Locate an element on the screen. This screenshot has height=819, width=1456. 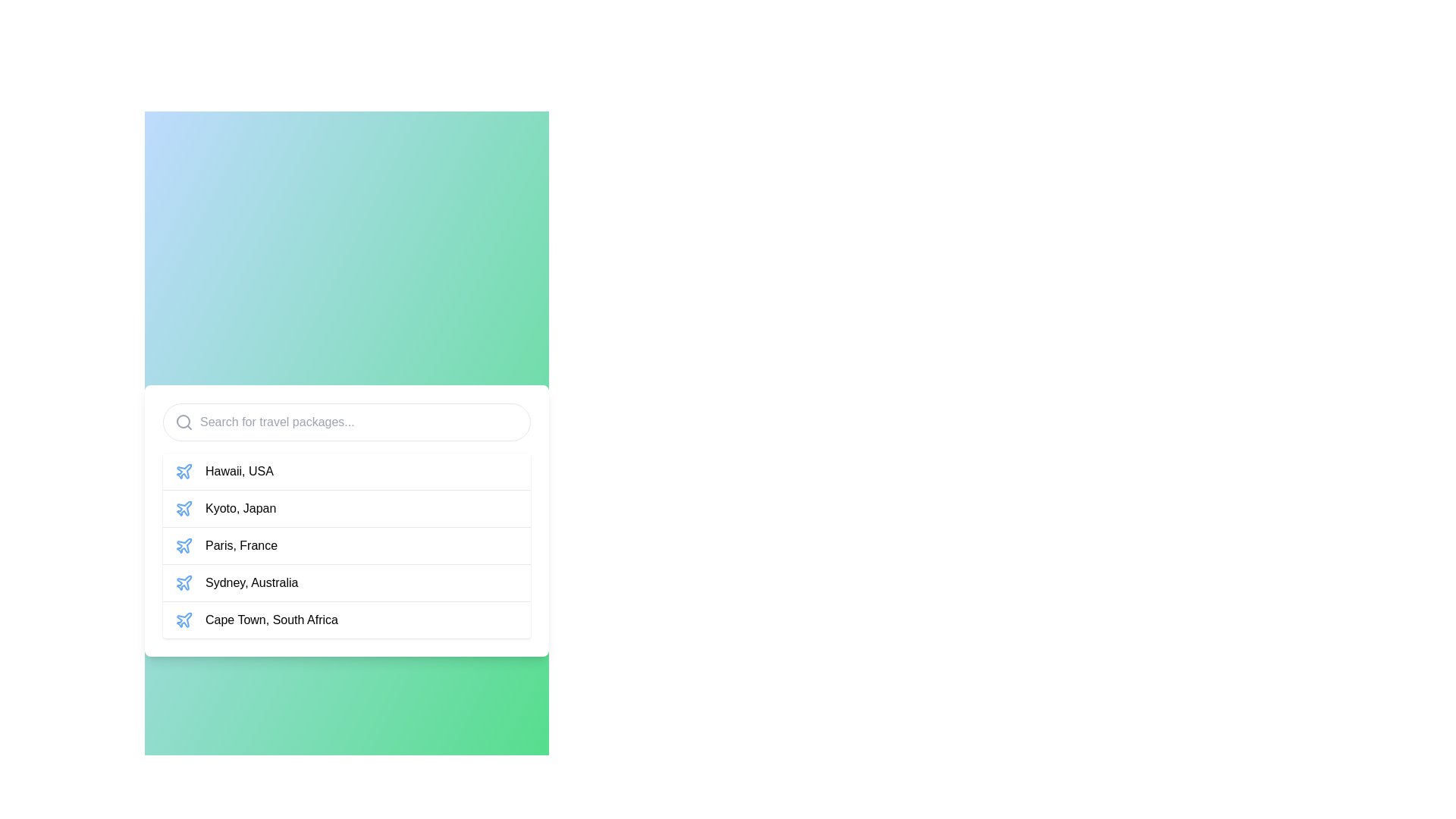
the blue airplane icon associated with 'Sydney, Australia' in the fourth position of the vertical list is located at coordinates (184, 582).